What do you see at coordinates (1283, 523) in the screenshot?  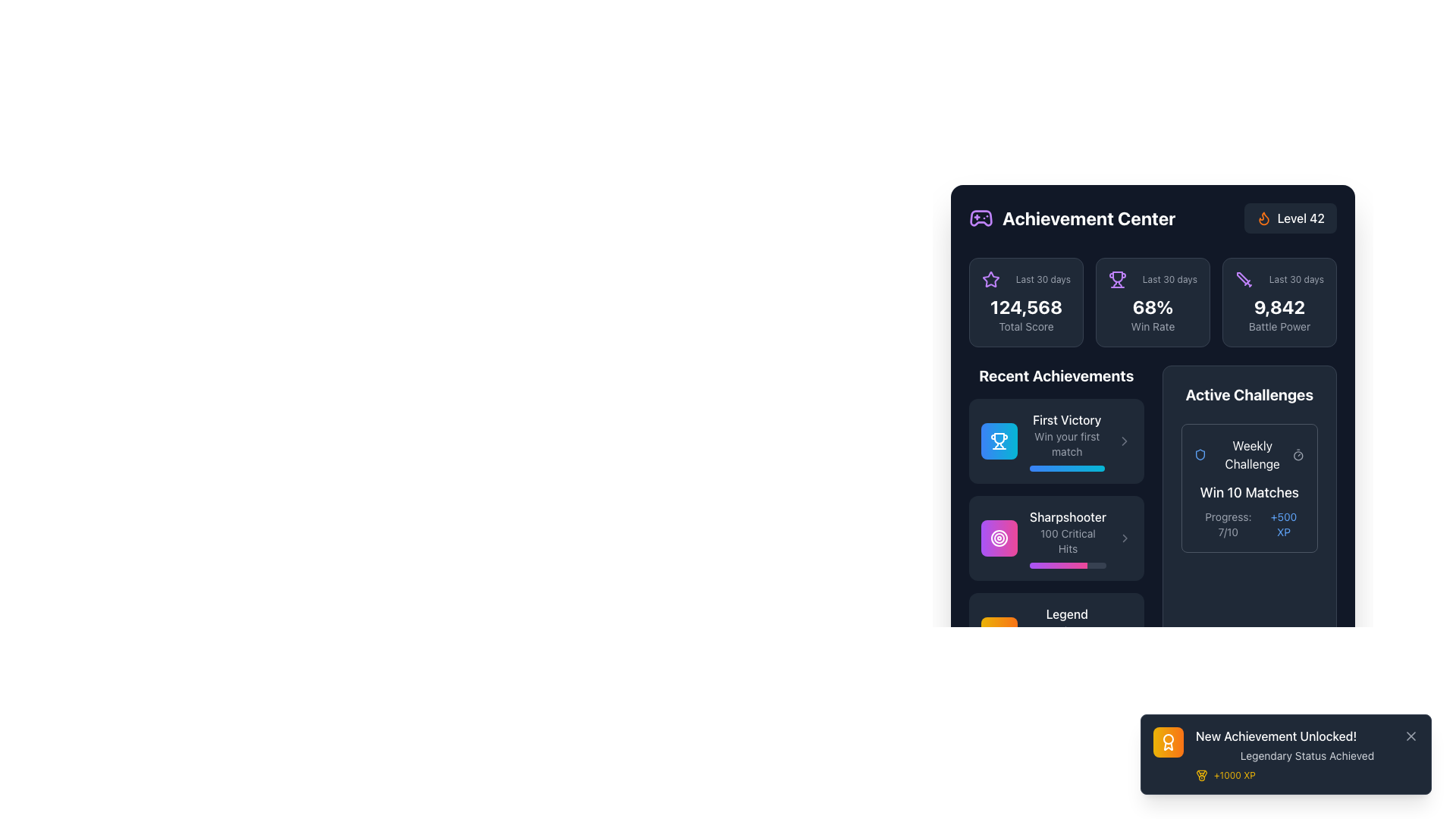 I see `the text component displaying '+500 XP' in blue, located in the 'Active Challenges' panel next to the 'Progress: 7/10' label under 'Win 10 Matches'` at bounding box center [1283, 523].